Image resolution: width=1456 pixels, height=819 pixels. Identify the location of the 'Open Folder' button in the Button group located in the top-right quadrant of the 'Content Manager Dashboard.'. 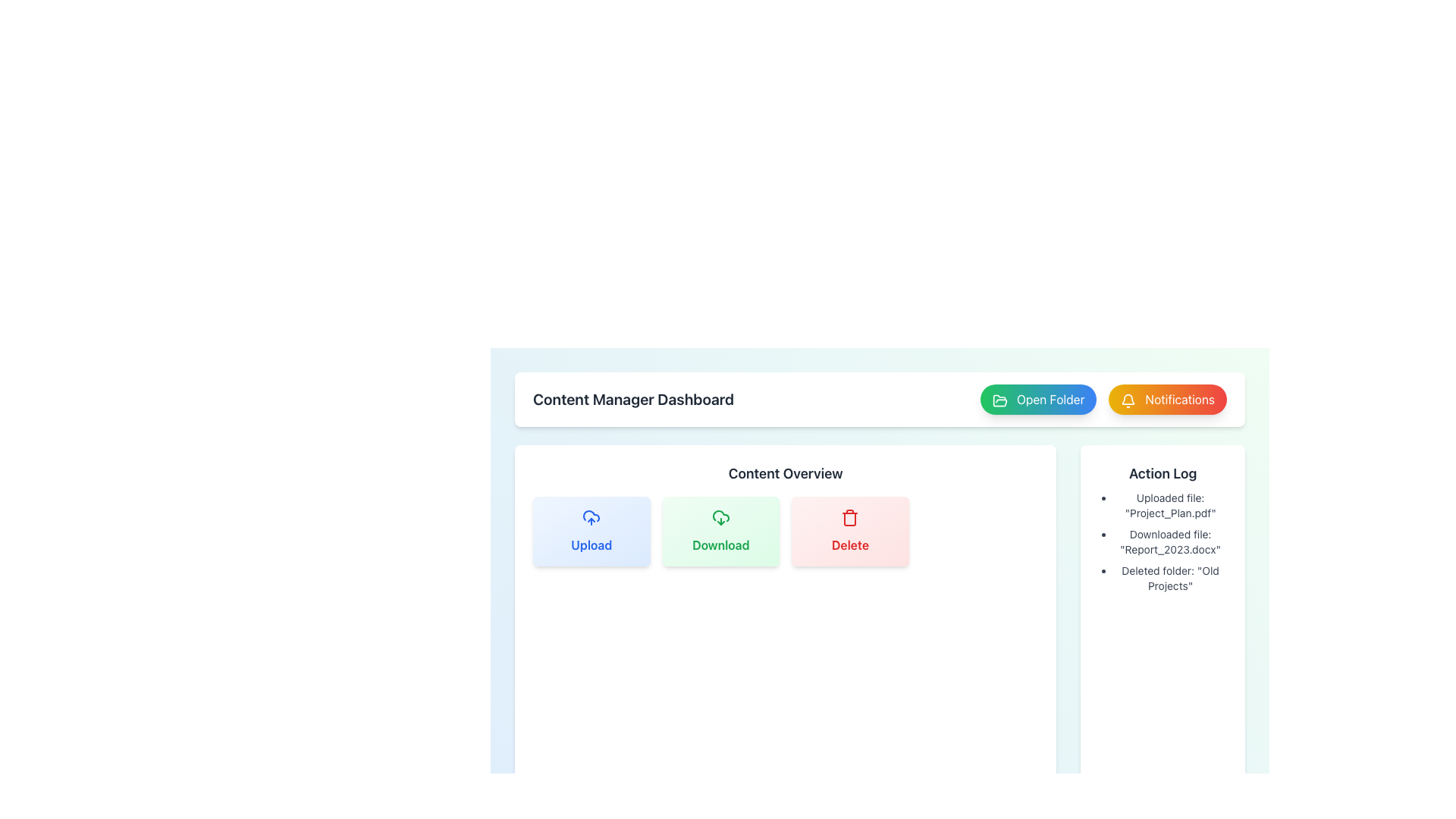
(1103, 399).